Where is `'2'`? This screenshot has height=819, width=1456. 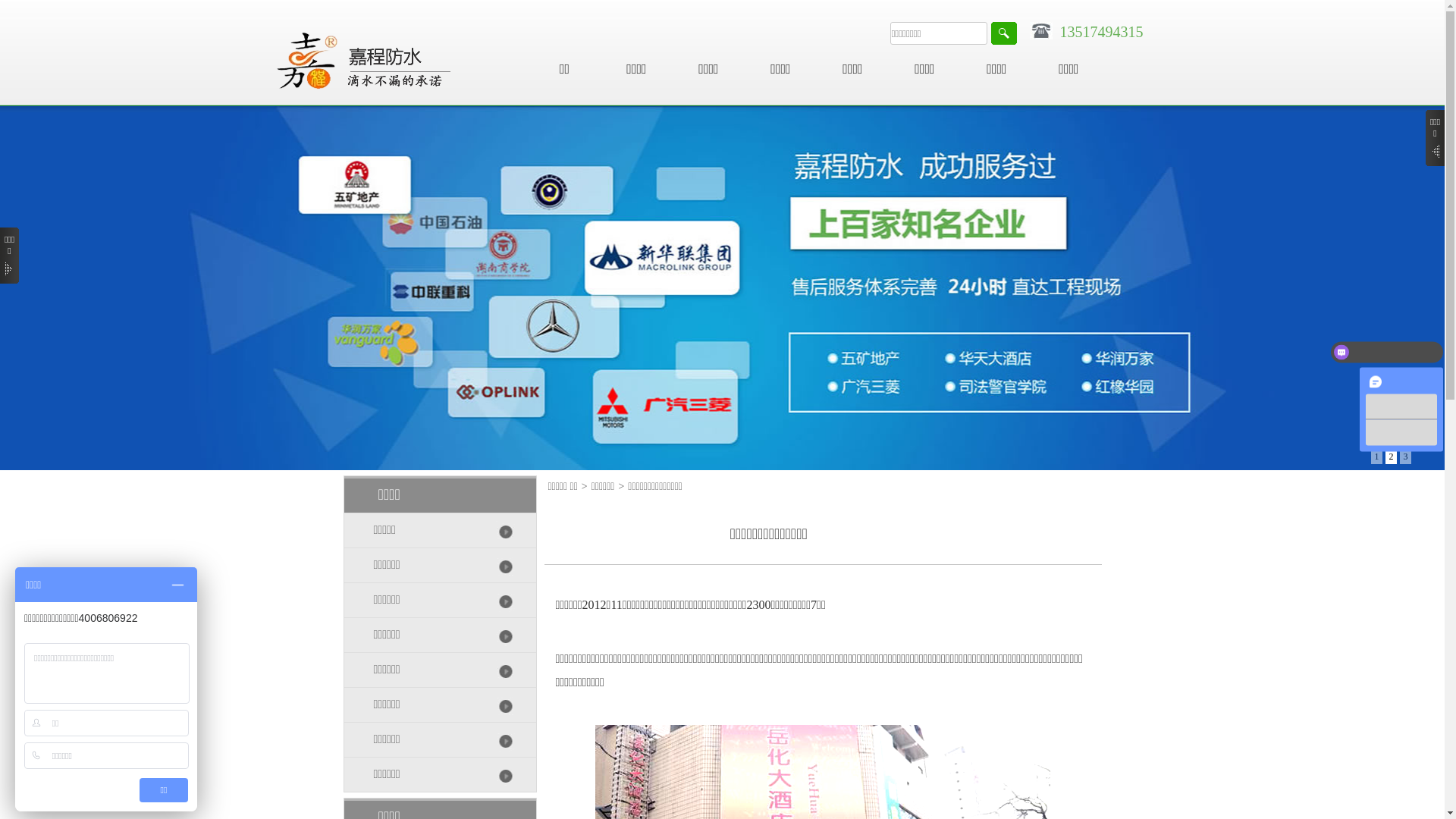
'2' is located at coordinates (1391, 457).